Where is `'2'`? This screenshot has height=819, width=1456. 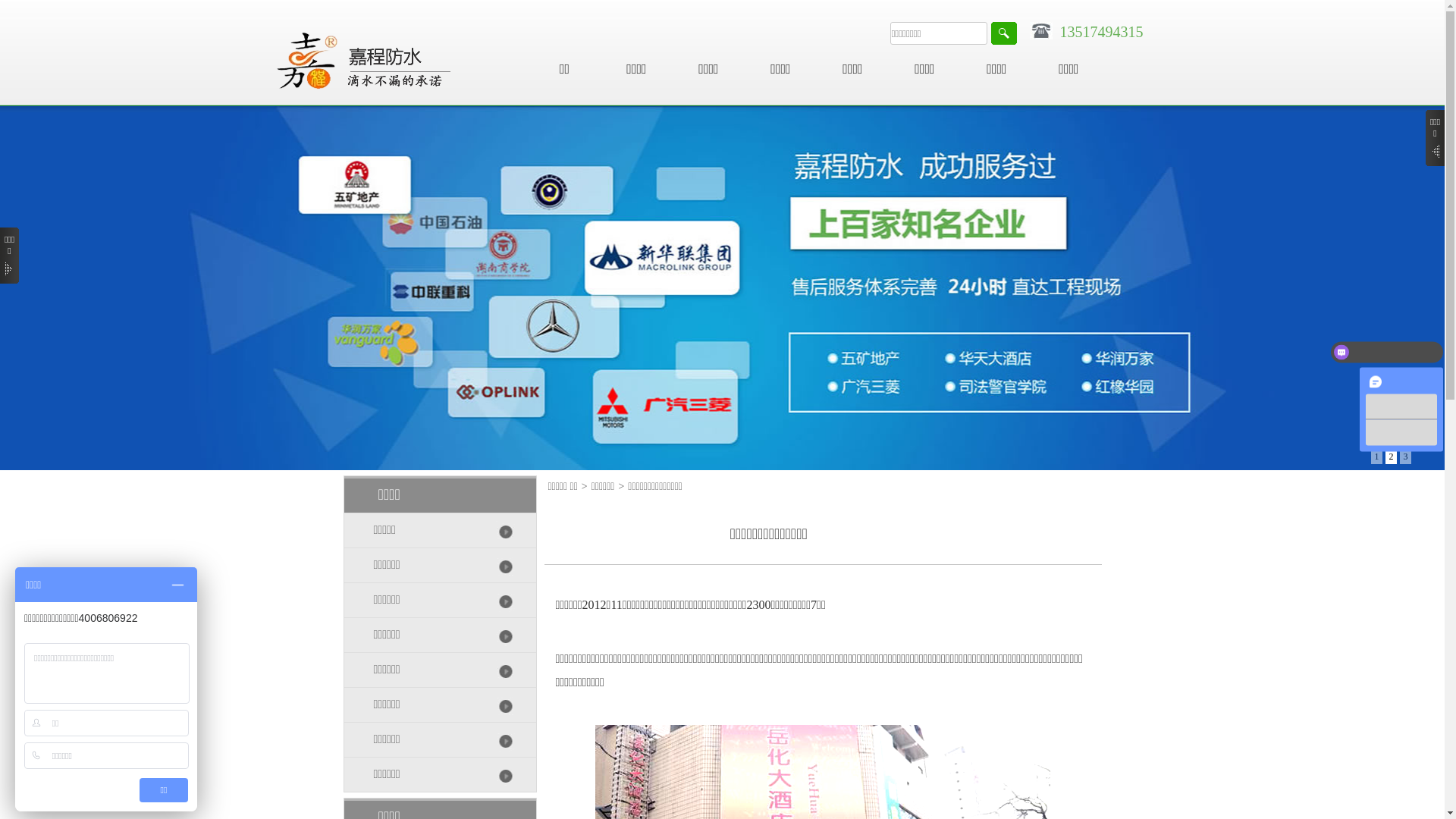
'2' is located at coordinates (1391, 457).